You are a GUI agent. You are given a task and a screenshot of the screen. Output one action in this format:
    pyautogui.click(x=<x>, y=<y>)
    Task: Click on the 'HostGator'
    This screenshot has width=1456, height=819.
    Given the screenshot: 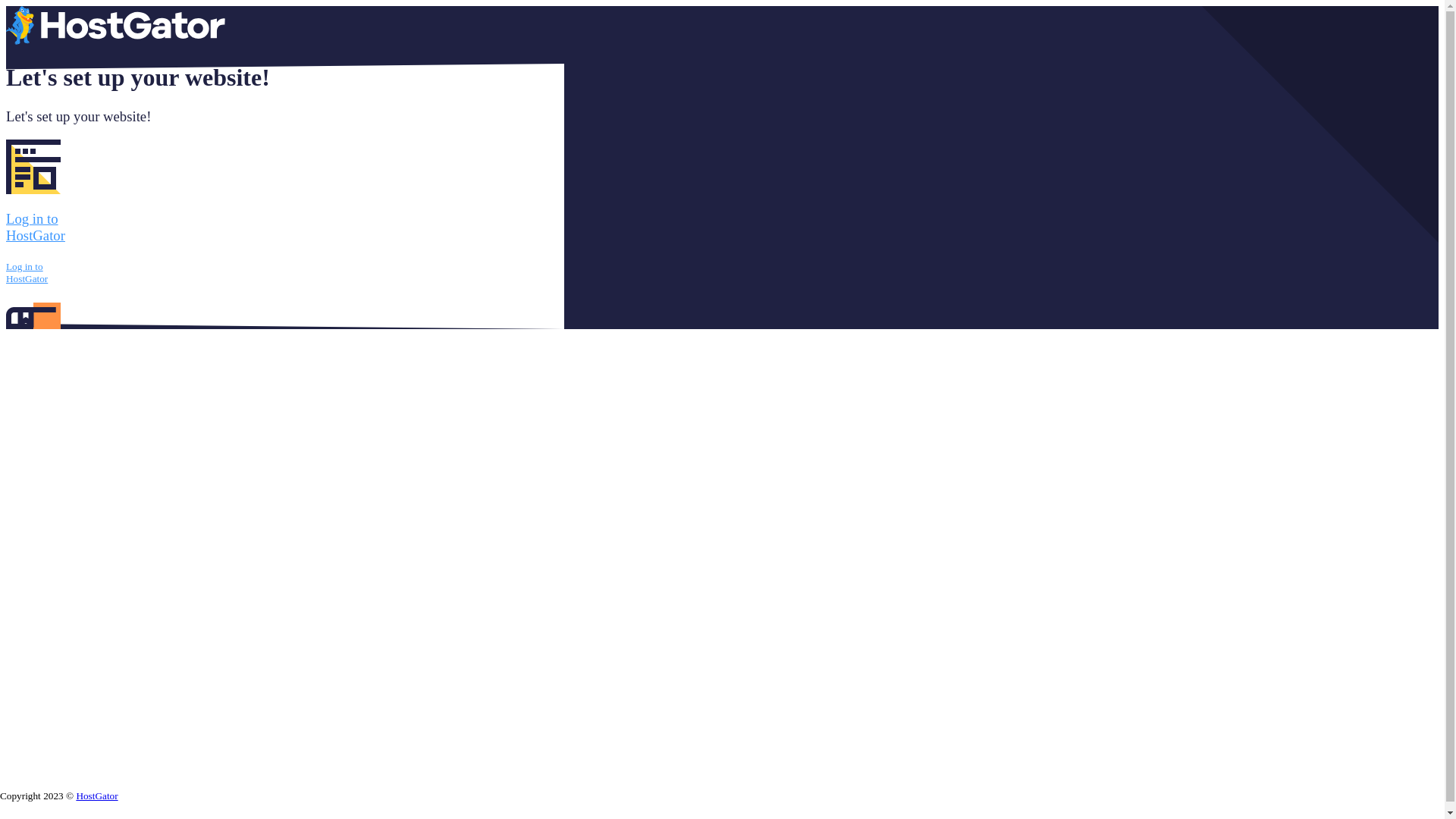 What is the action you would take?
    pyautogui.click(x=96, y=795)
    